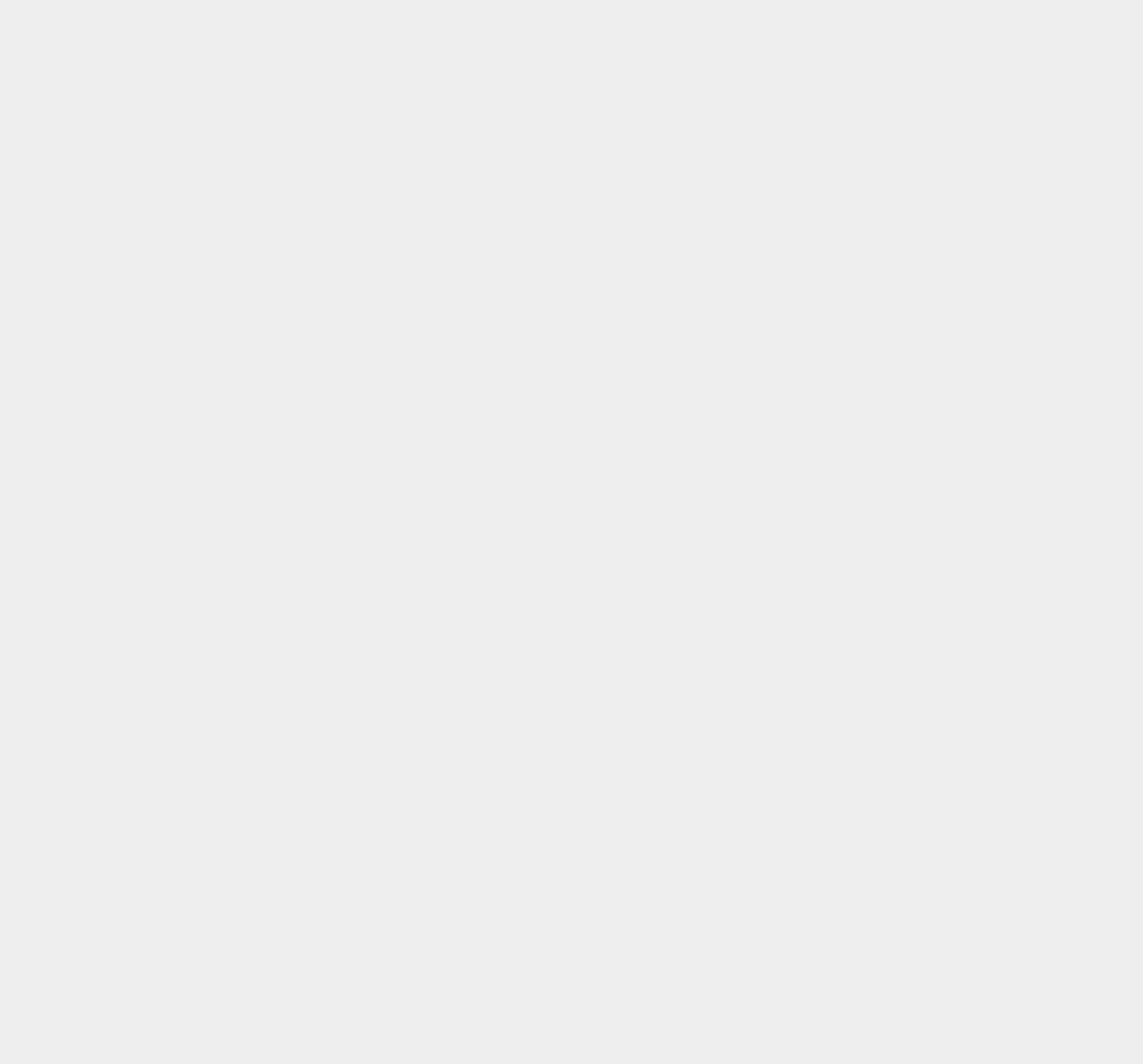 The width and height of the screenshot is (1143, 1064). Describe the element at coordinates (874, 738) in the screenshot. I see `'Windows Server 2022'` at that location.